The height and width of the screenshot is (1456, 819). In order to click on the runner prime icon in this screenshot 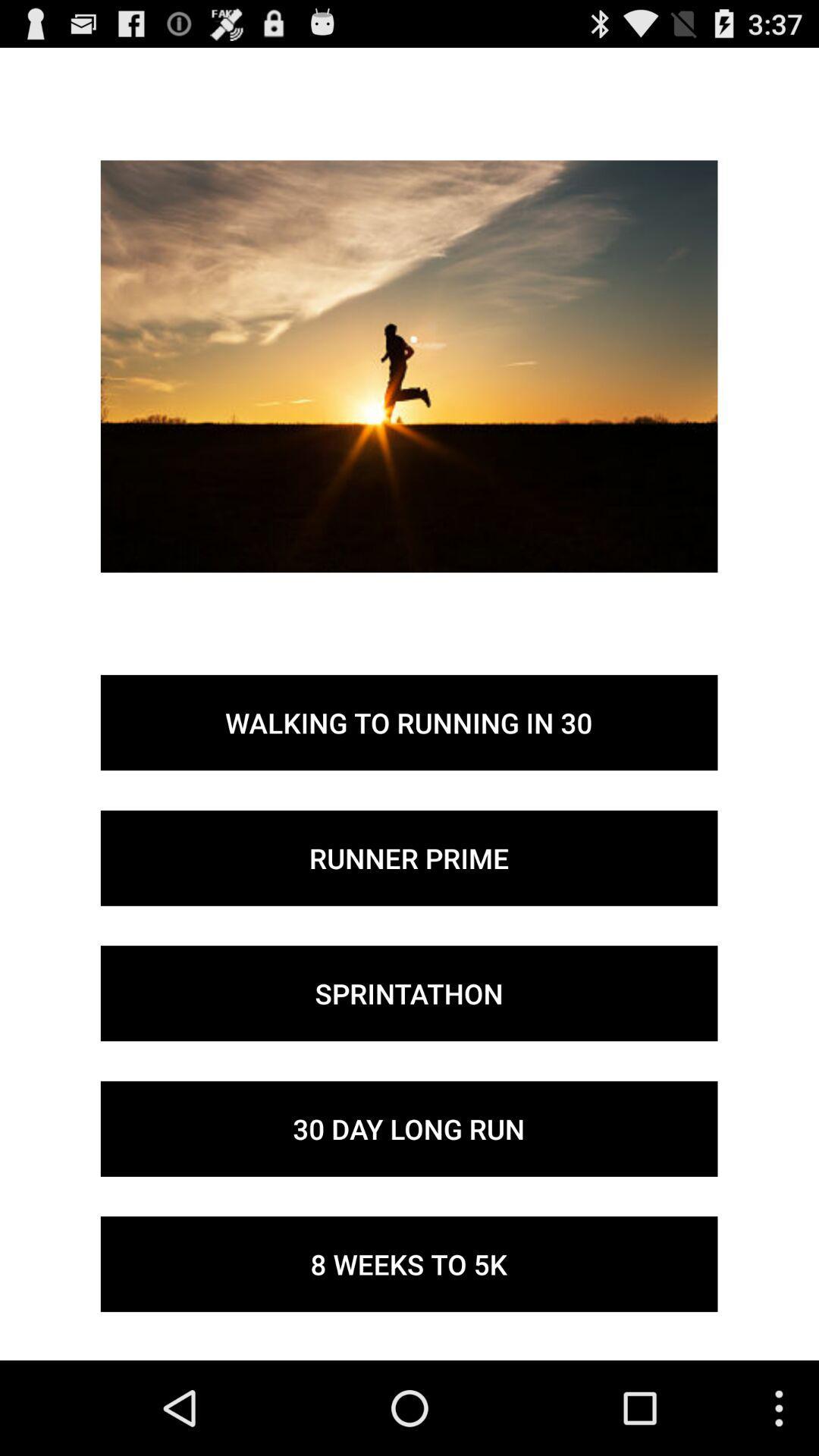, I will do `click(408, 858)`.